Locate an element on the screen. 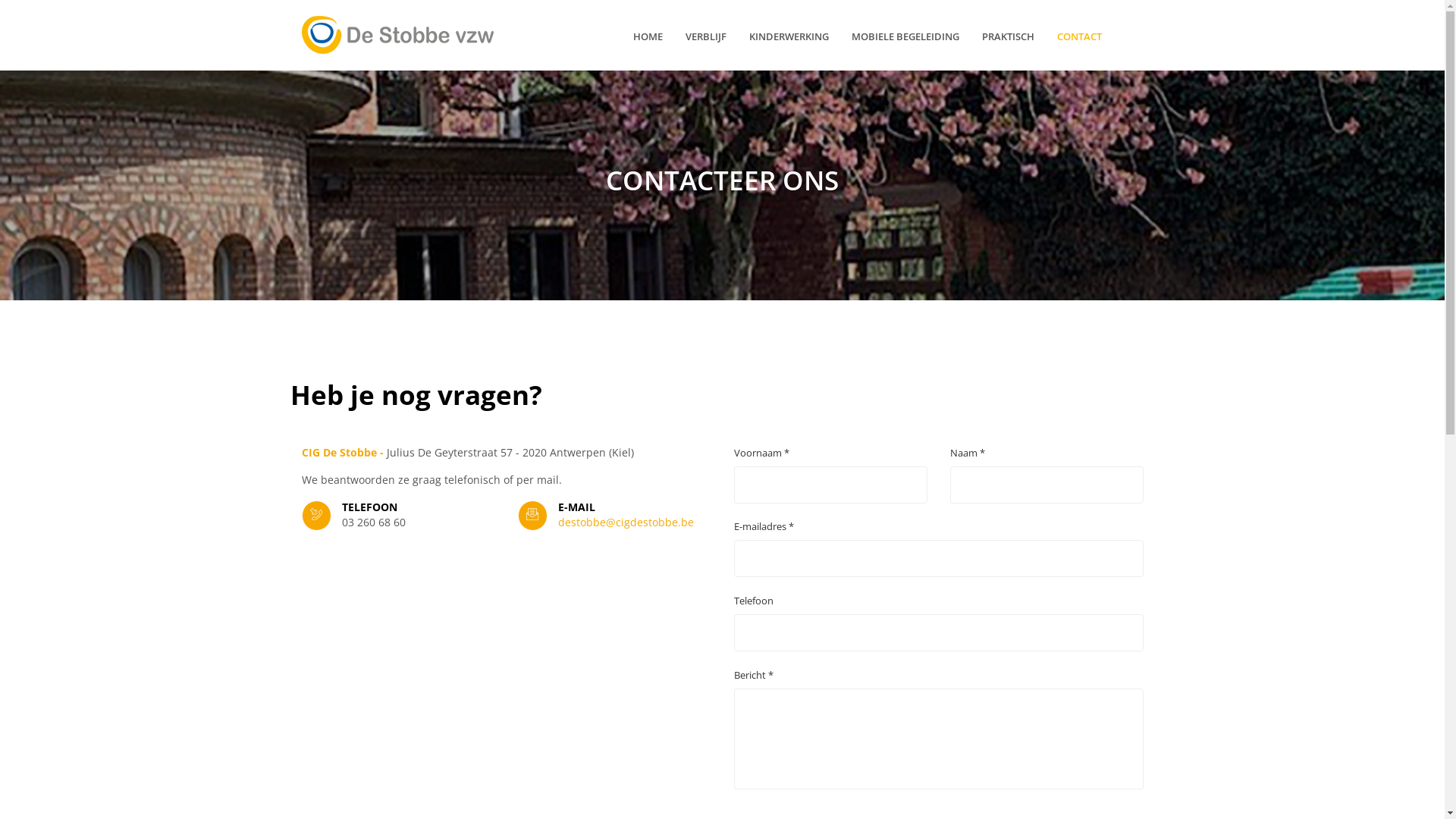 The height and width of the screenshot is (819, 1456). 'PRAKTISCH' is located at coordinates (1008, 36).